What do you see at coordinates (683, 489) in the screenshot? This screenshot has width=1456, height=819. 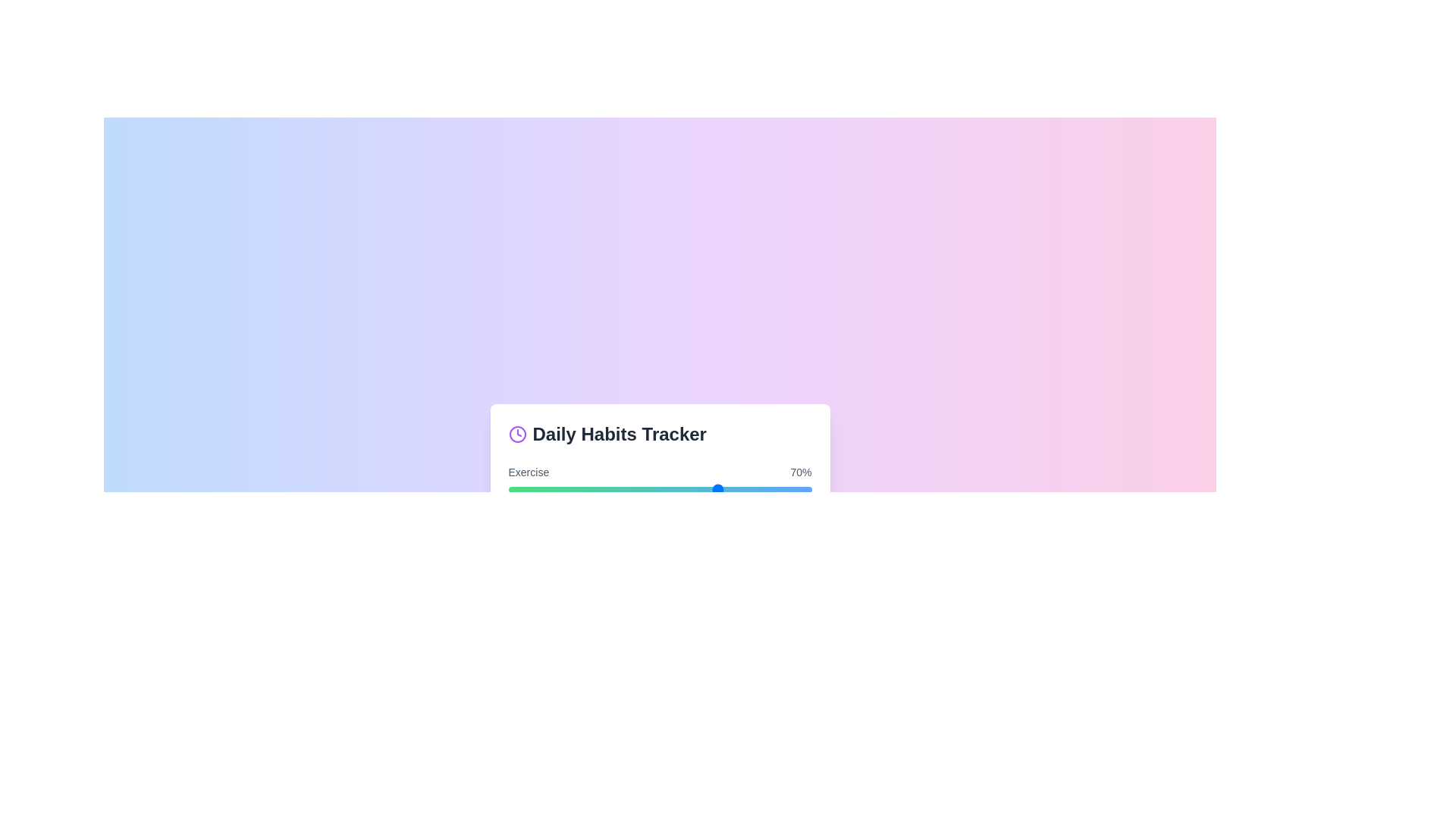 I see `the progress bar for a habit to 58%` at bounding box center [683, 489].